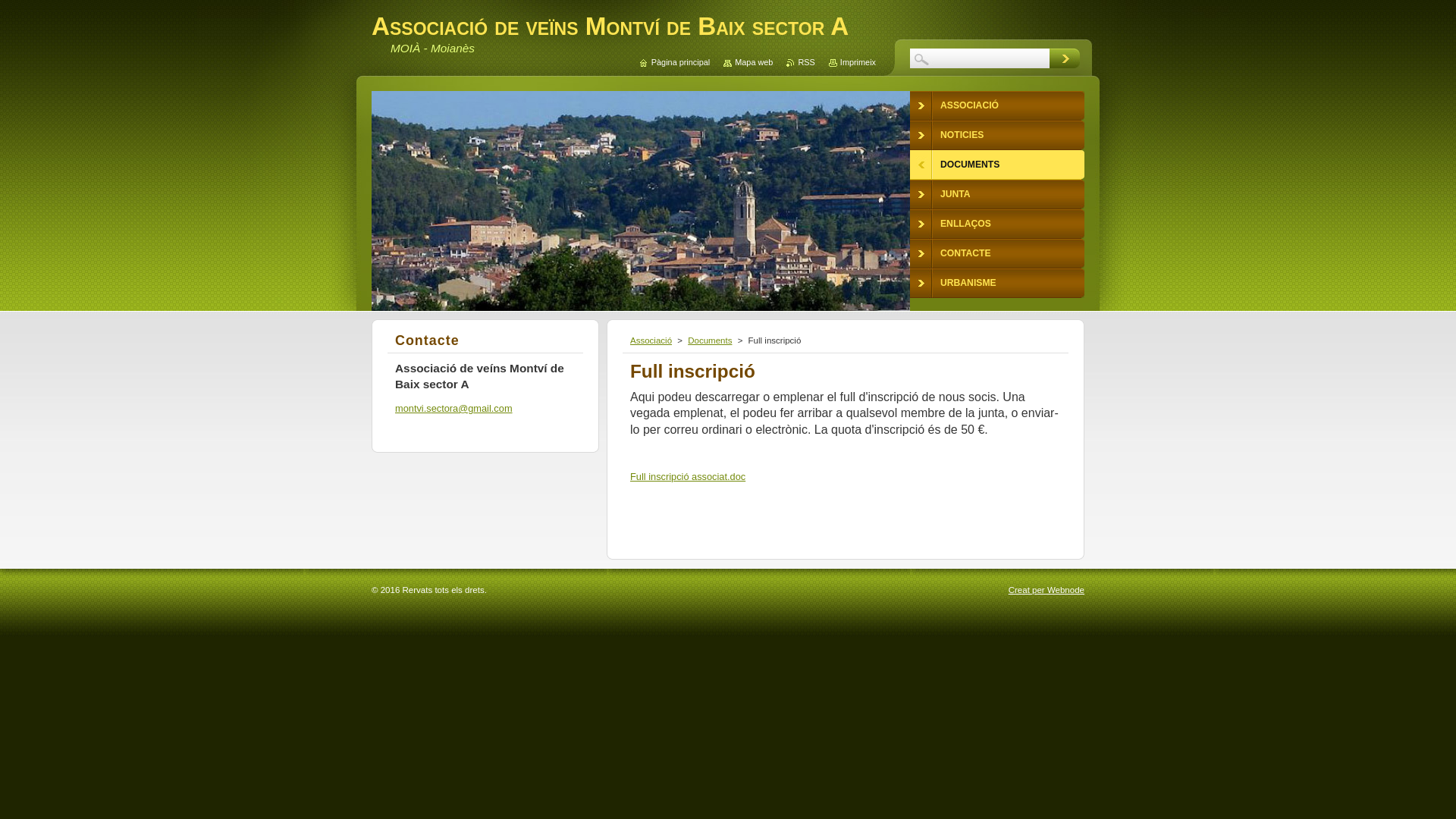 Image resolution: width=1456 pixels, height=819 pixels. I want to click on 'JUNTA', so click(997, 193).